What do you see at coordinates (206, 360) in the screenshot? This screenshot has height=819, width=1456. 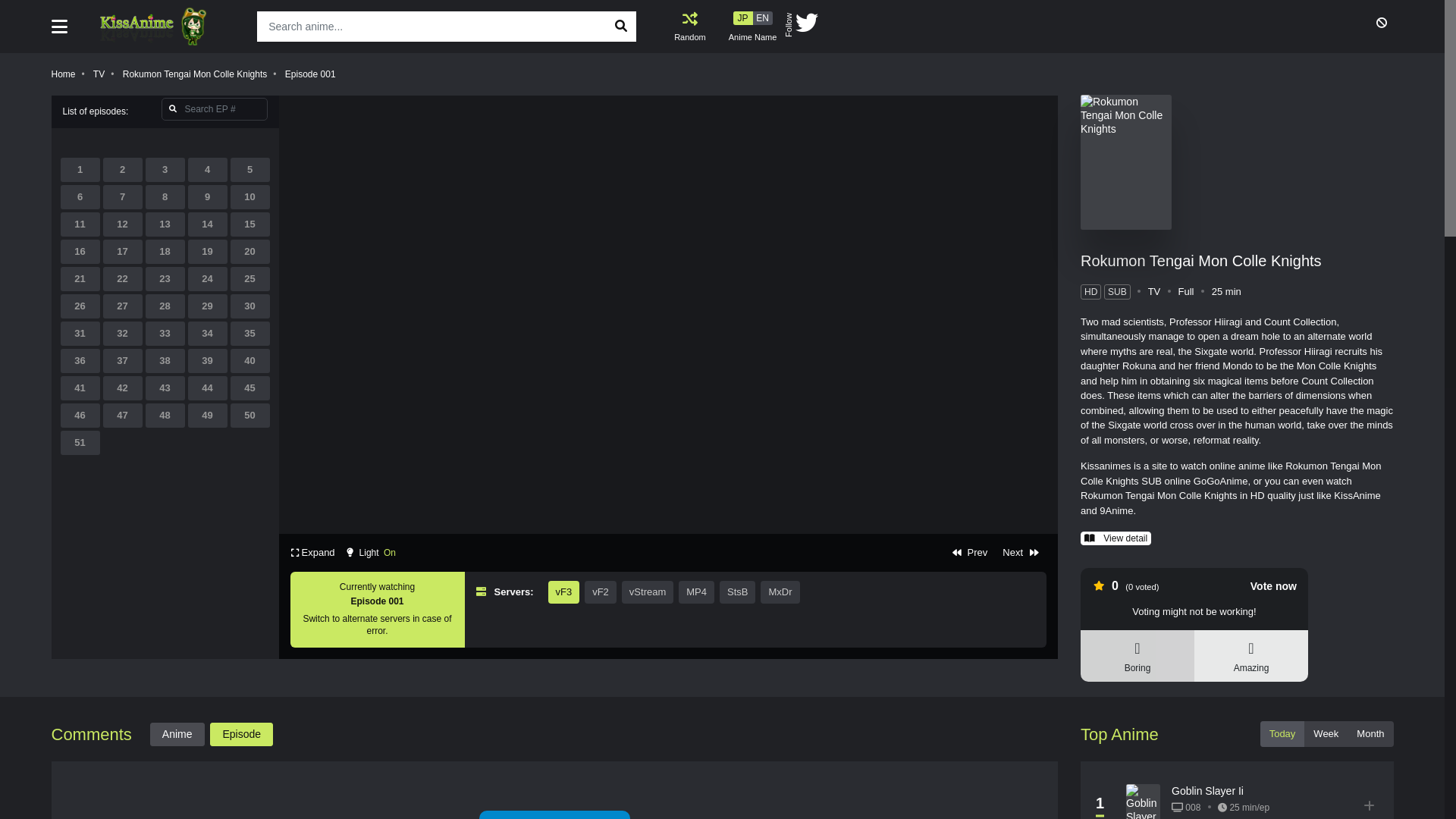 I see `'39'` at bounding box center [206, 360].